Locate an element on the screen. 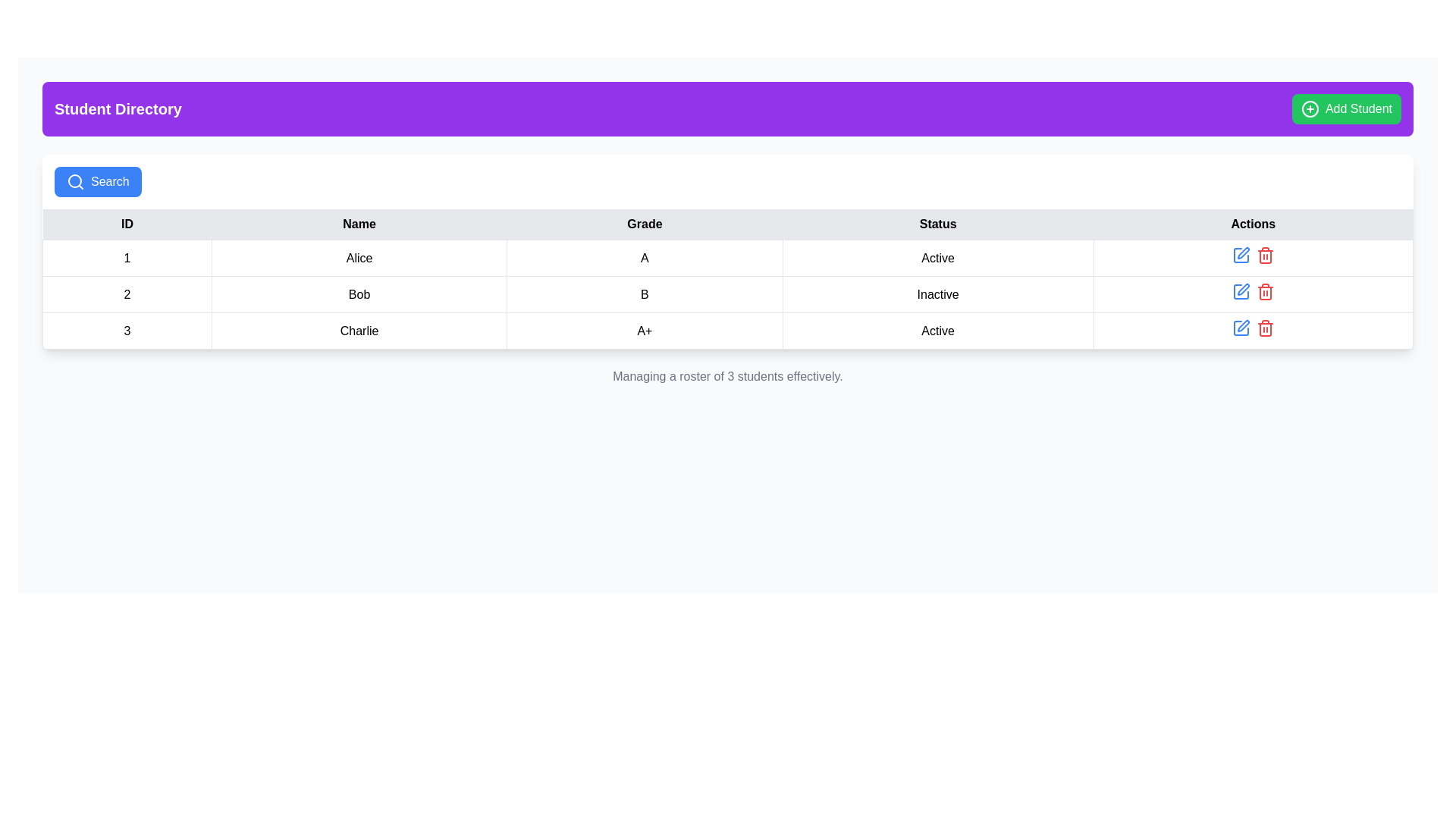 The width and height of the screenshot is (1456, 819). the static text display that shows the roster count and management status, located below the student table is located at coordinates (728, 376).